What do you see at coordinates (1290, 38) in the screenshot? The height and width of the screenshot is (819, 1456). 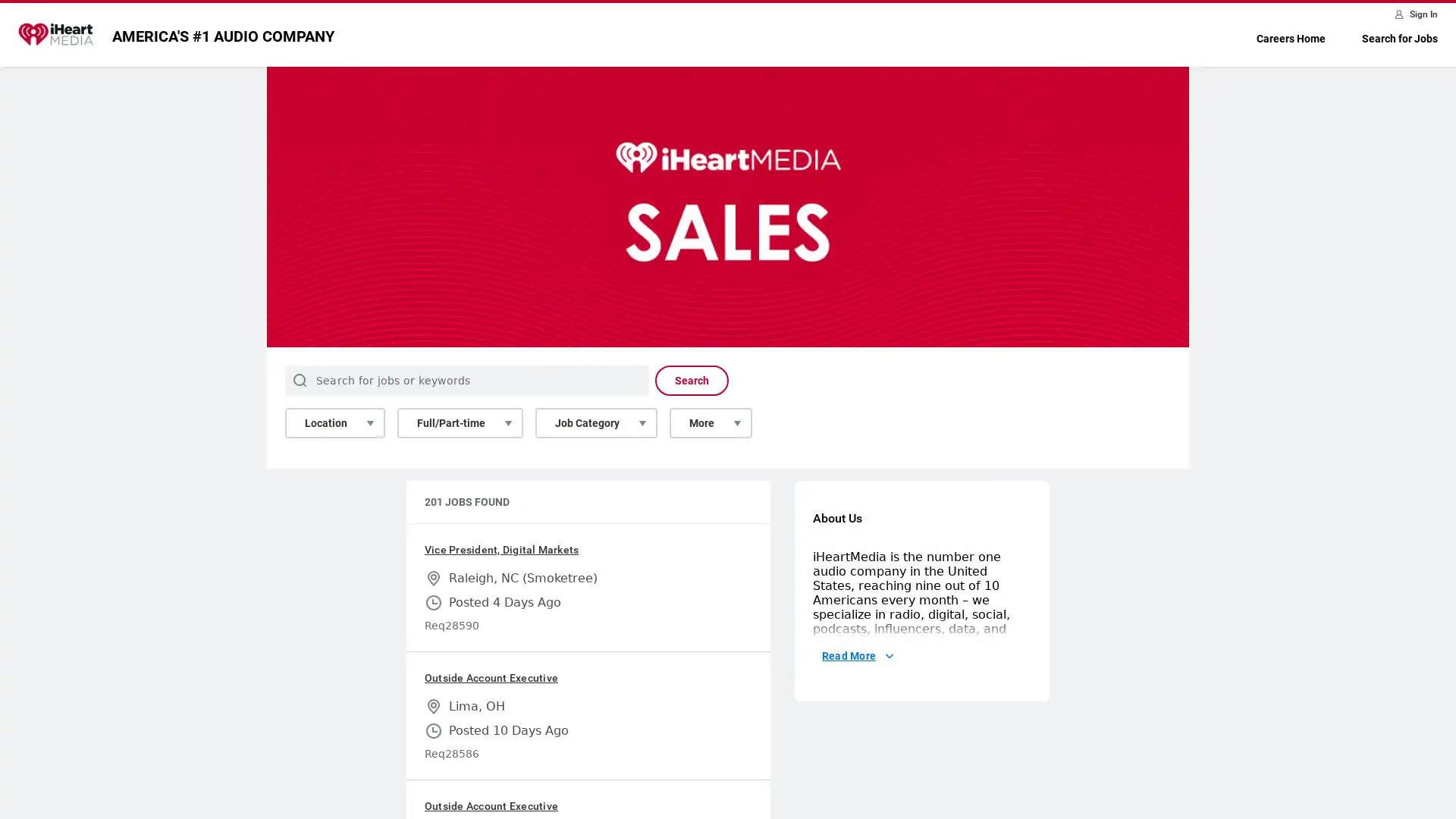 I see `Careers Home` at bounding box center [1290, 38].